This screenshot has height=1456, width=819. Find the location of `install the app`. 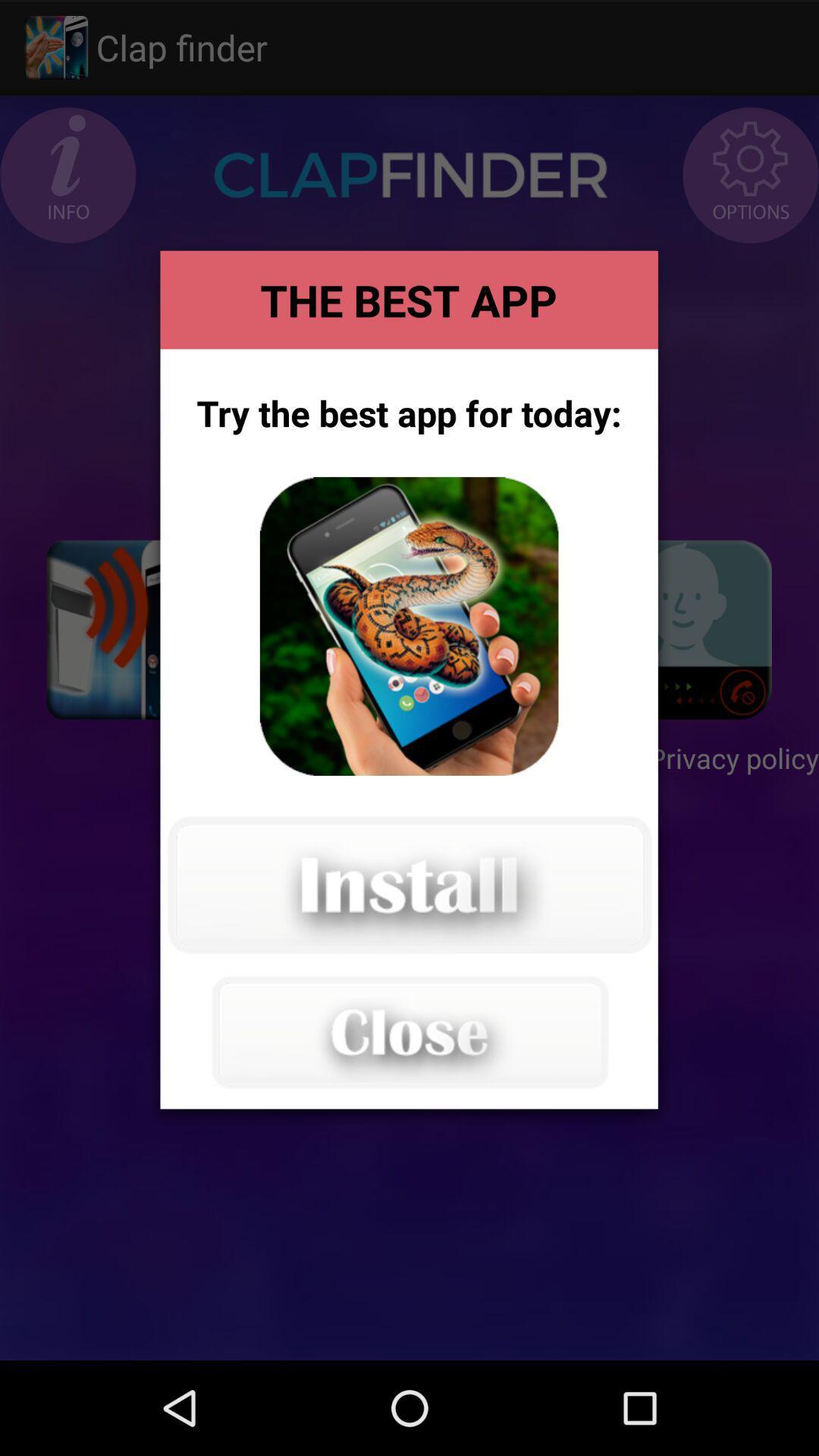

install the app is located at coordinates (408, 885).